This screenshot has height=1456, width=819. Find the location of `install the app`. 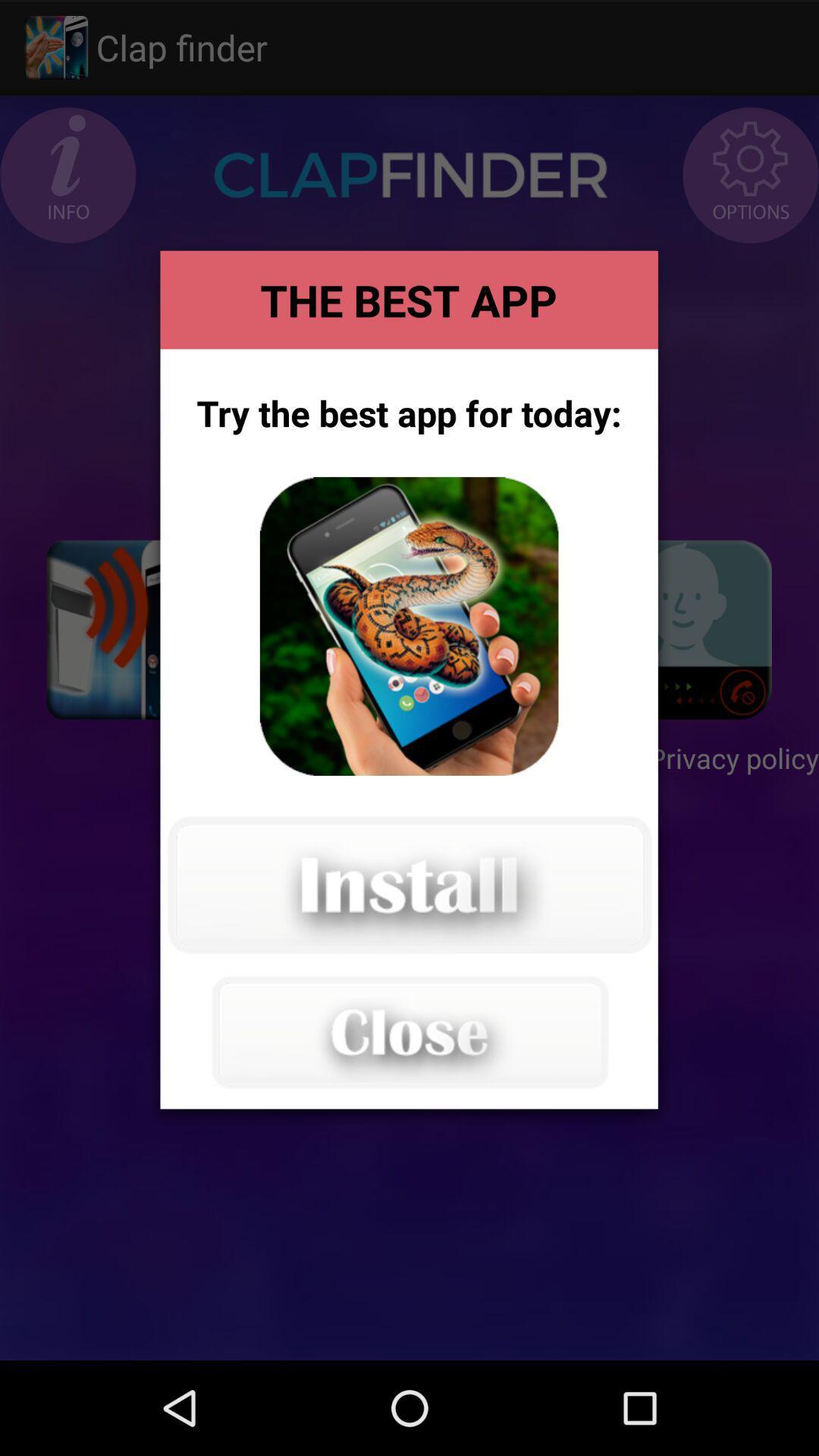

install the app is located at coordinates (408, 885).